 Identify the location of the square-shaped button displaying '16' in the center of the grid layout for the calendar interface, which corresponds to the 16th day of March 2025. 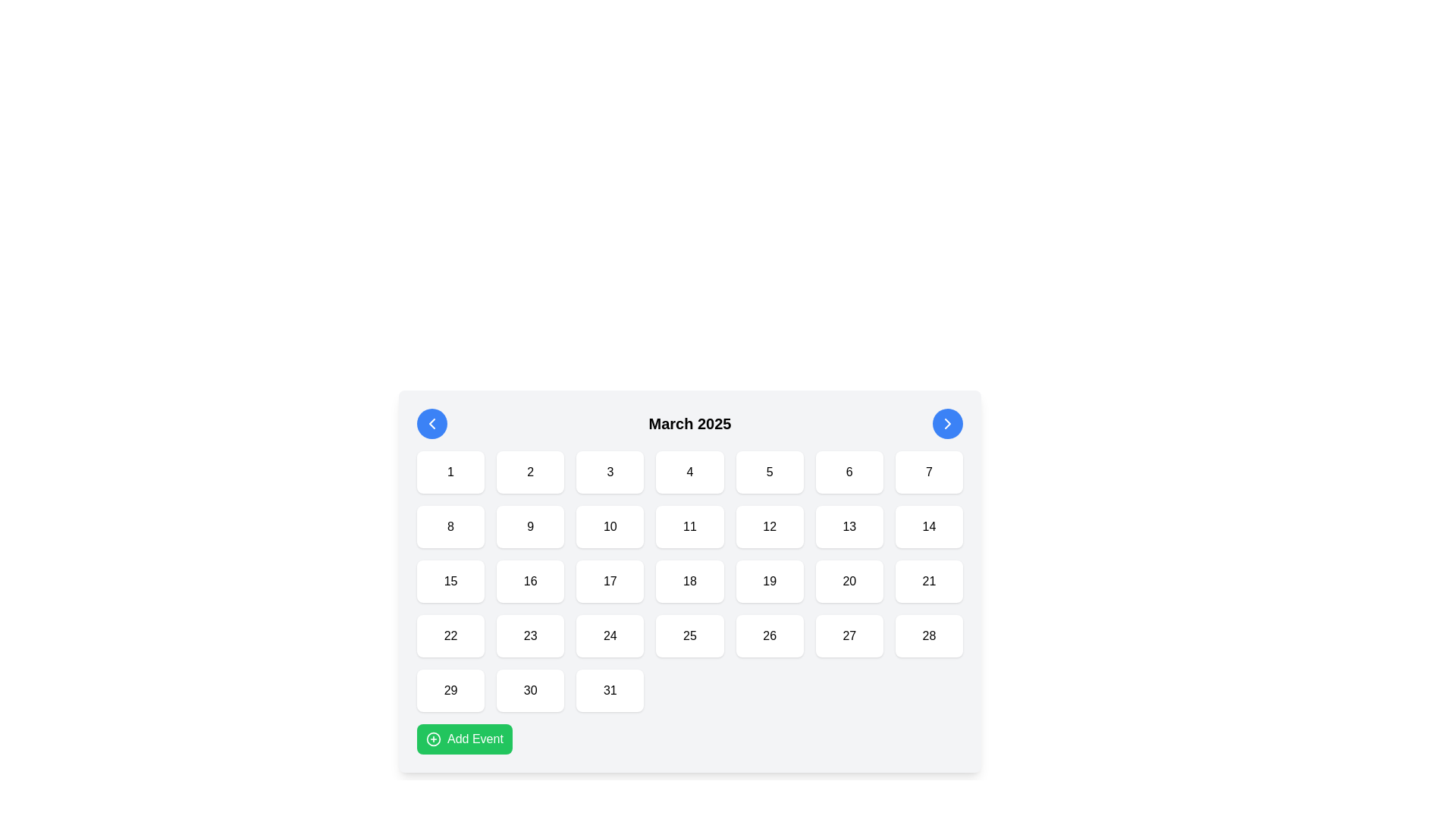
(530, 581).